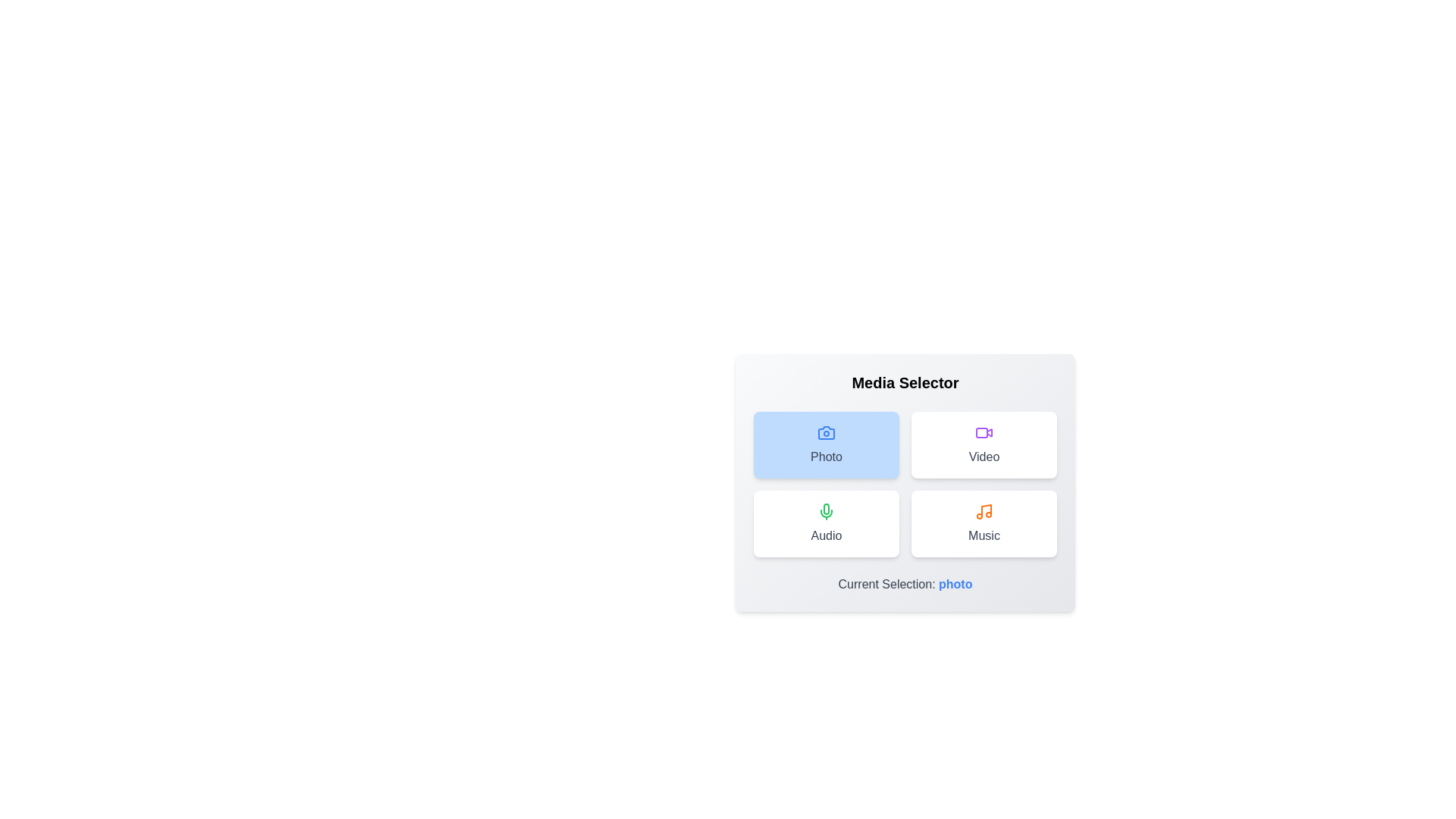 The width and height of the screenshot is (1456, 819). I want to click on the button corresponding to the media type Video, so click(984, 444).